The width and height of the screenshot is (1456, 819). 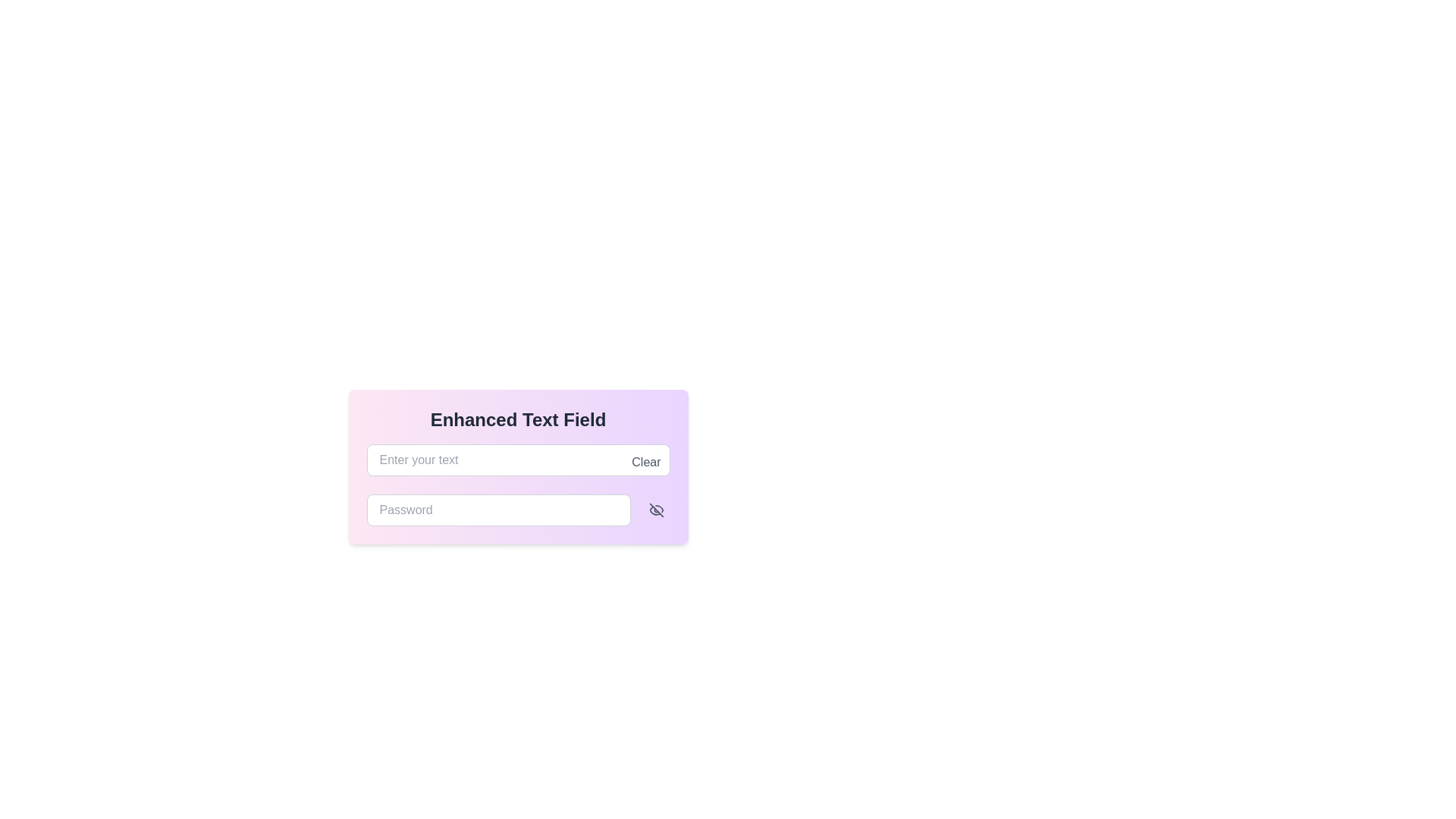 What do you see at coordinates (646, 461) in the screenshot?
I see `the clear button located at the top-right corner of the text entry box` at bounding box center [646, 461].